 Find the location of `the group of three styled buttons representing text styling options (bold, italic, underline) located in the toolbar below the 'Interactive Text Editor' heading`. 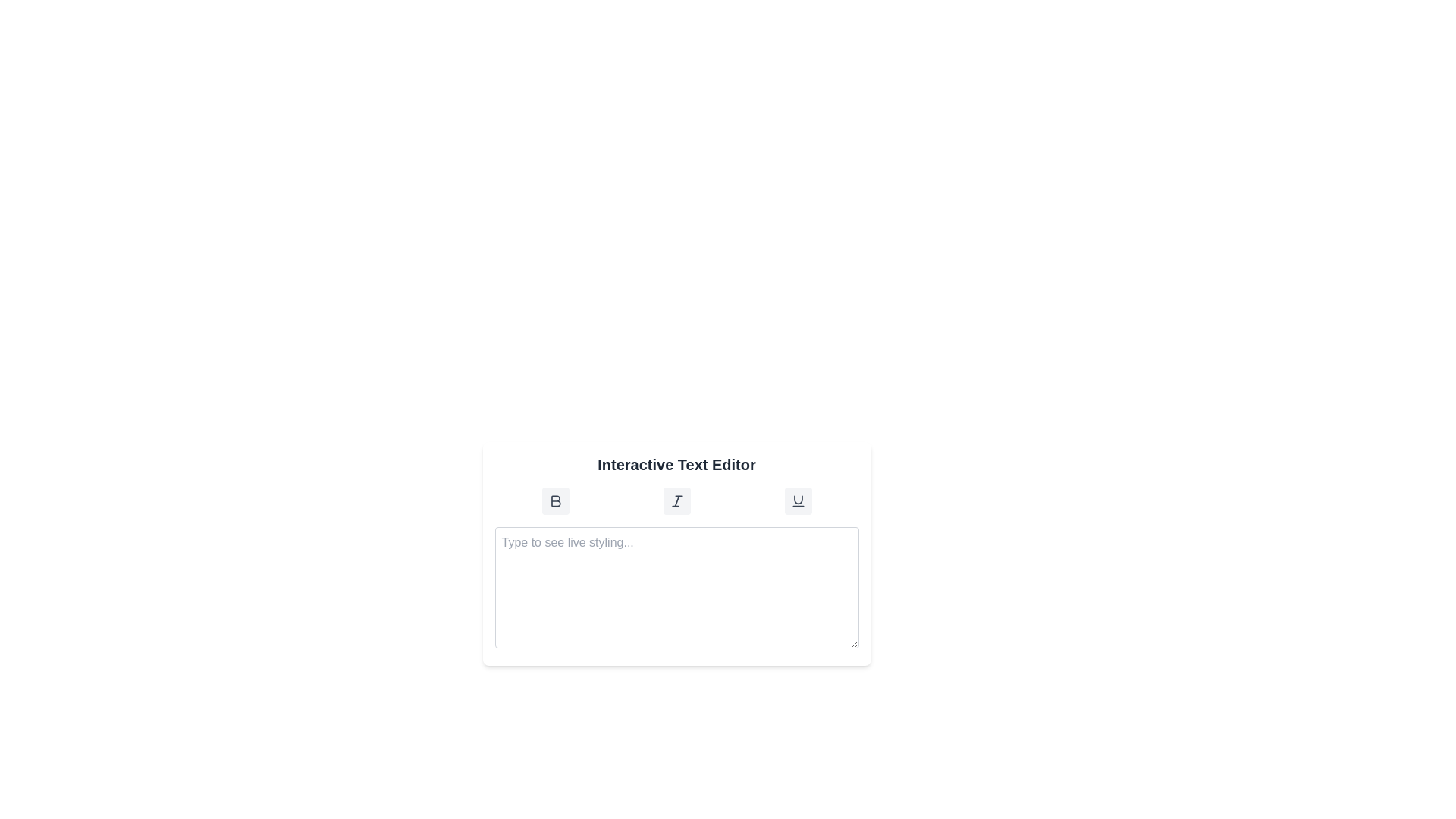

the group of three styled buttons representing text styling options (bold, italic, underline) located in the toolbar below the 'Interactive Text Editor' heading is located at coordinates (676, 500).